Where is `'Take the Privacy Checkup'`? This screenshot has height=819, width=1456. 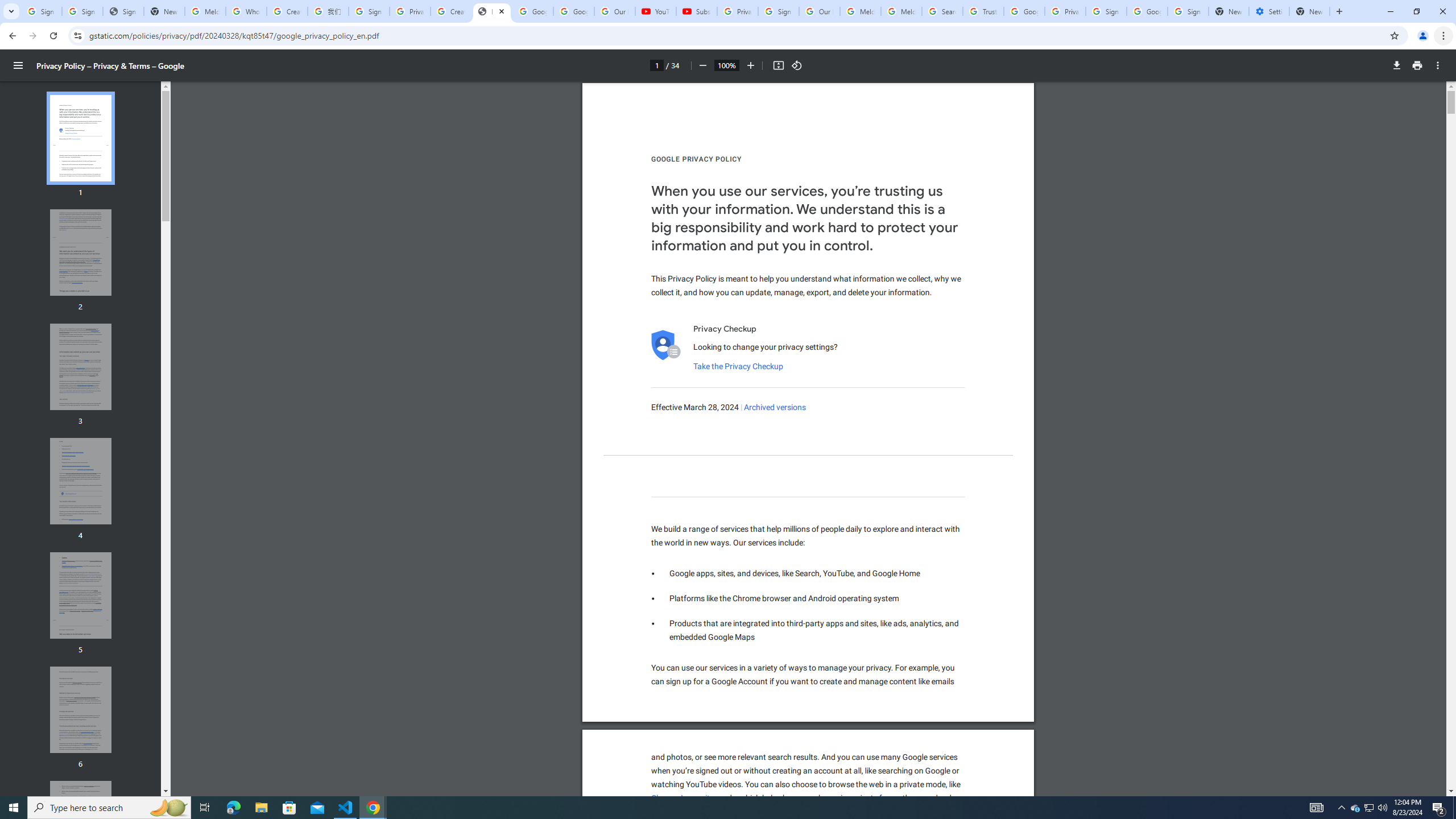 'Take the Privacy Checkup' is located at coordinates (737, 366).